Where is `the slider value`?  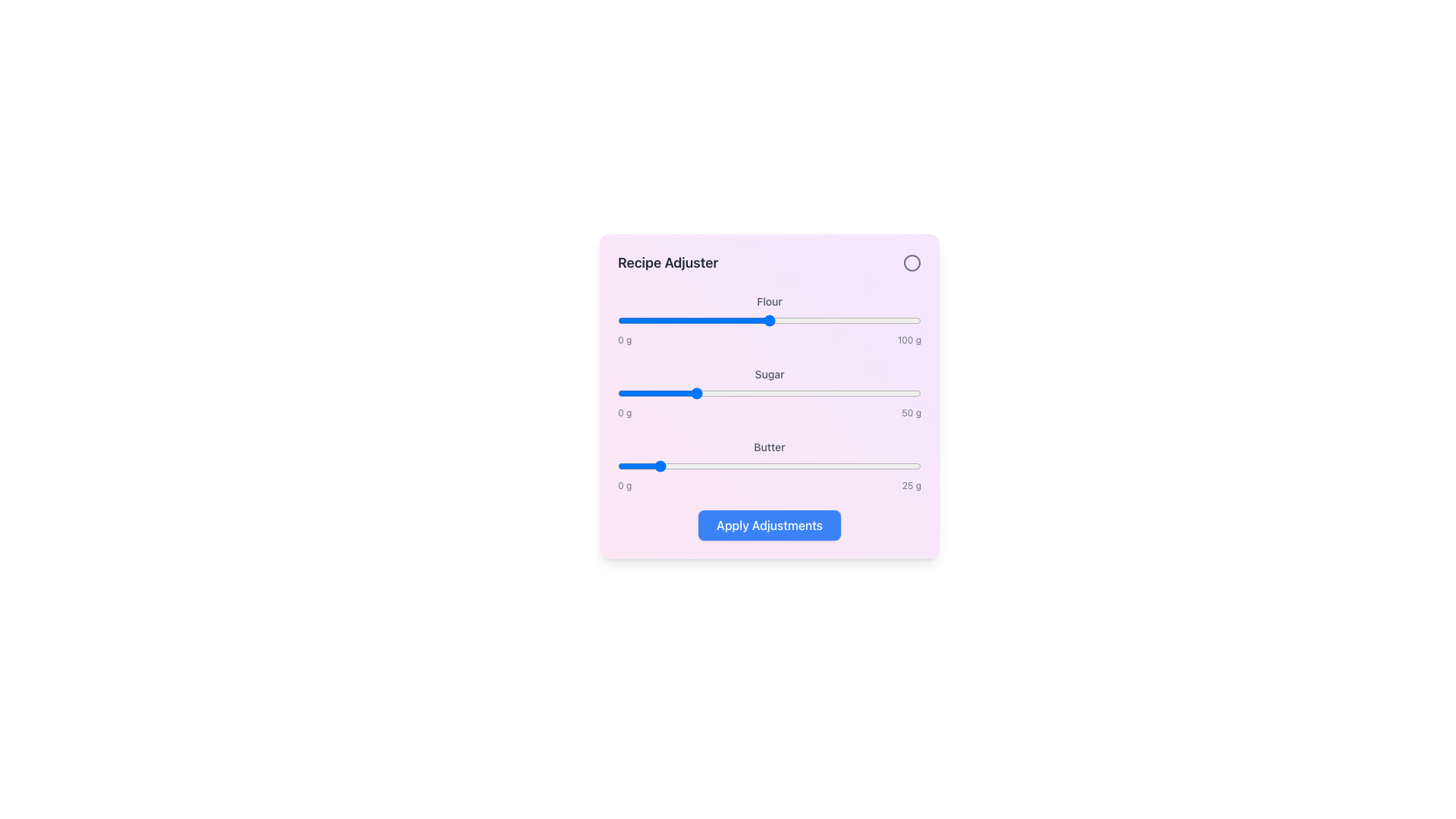
the slider value is located at coordinates (654, 320).